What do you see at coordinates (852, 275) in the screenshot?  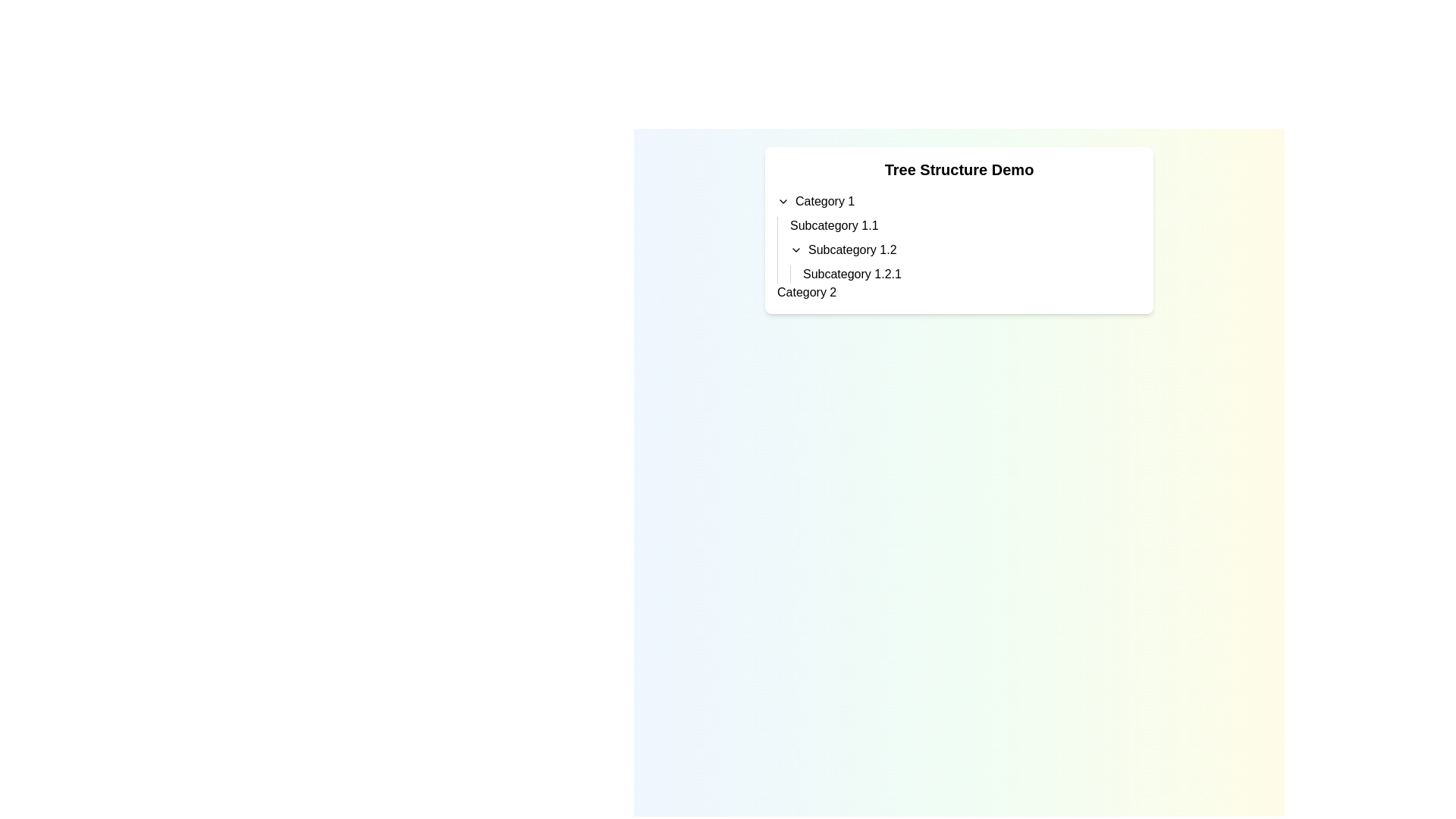 I see `text label that represents a specific subcategory within the 'Tree Structure Demo', which is nested under 'Subcategory 1.2'` at bounding box center [852, 275].